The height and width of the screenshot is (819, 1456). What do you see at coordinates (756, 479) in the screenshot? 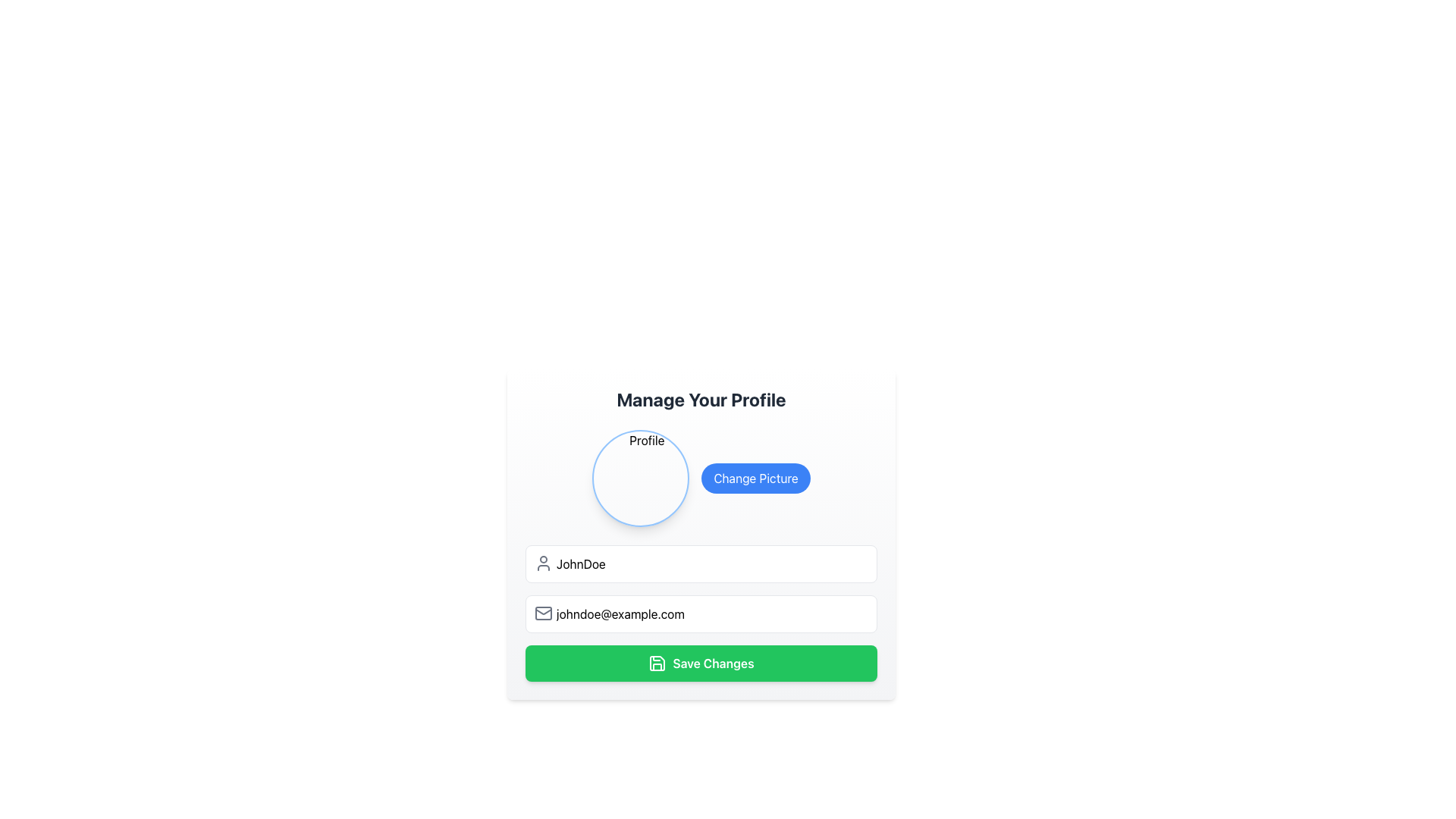
I see `the button located on the right side of the circular profile picture representation` at bounding box center [756, 479].